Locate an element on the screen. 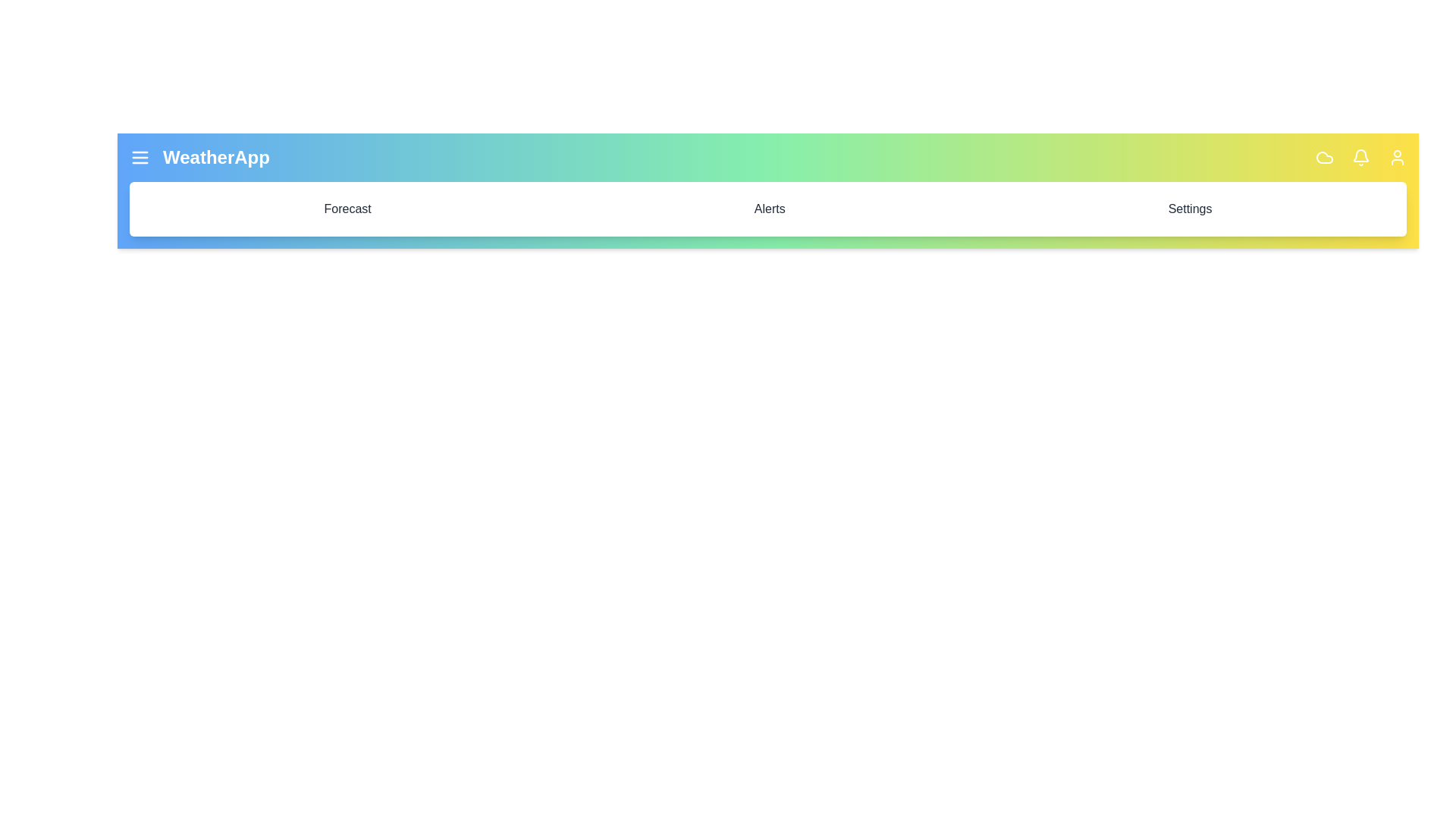  the 'Forecast' menu item is located at coordinates (347, 209).